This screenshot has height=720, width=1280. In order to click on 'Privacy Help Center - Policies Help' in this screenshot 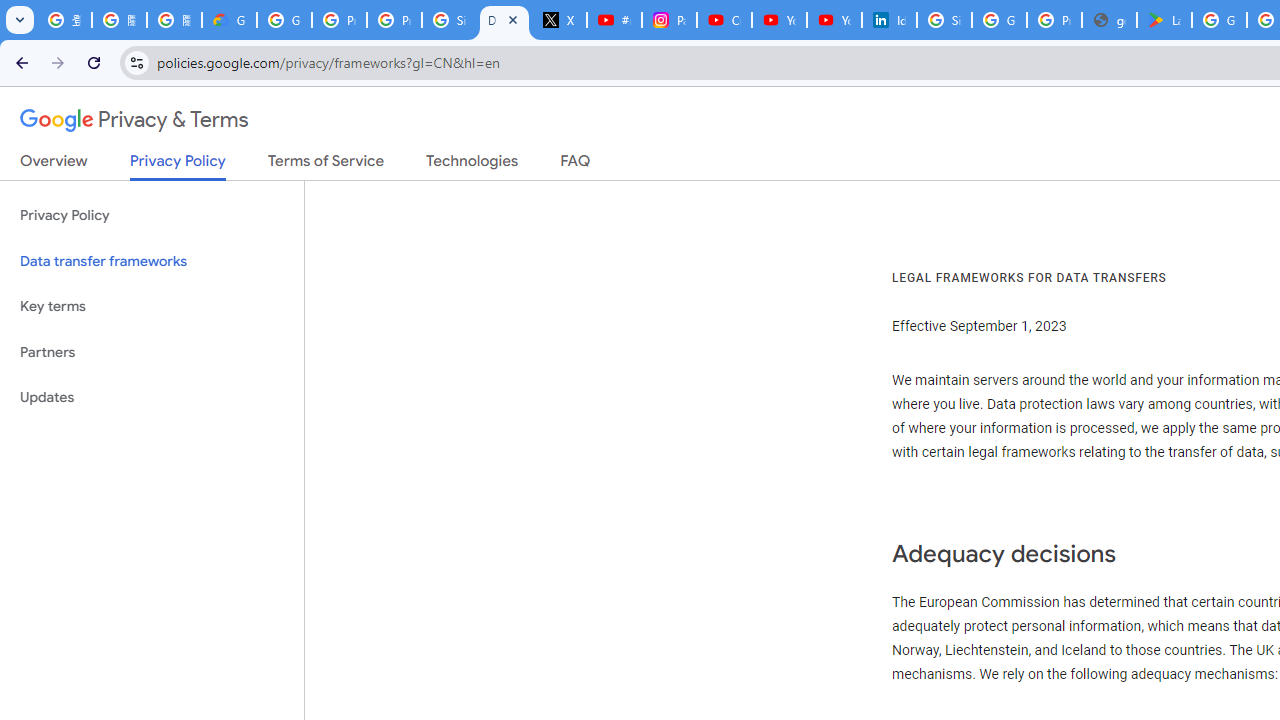, I will do `click(339, 20)`.